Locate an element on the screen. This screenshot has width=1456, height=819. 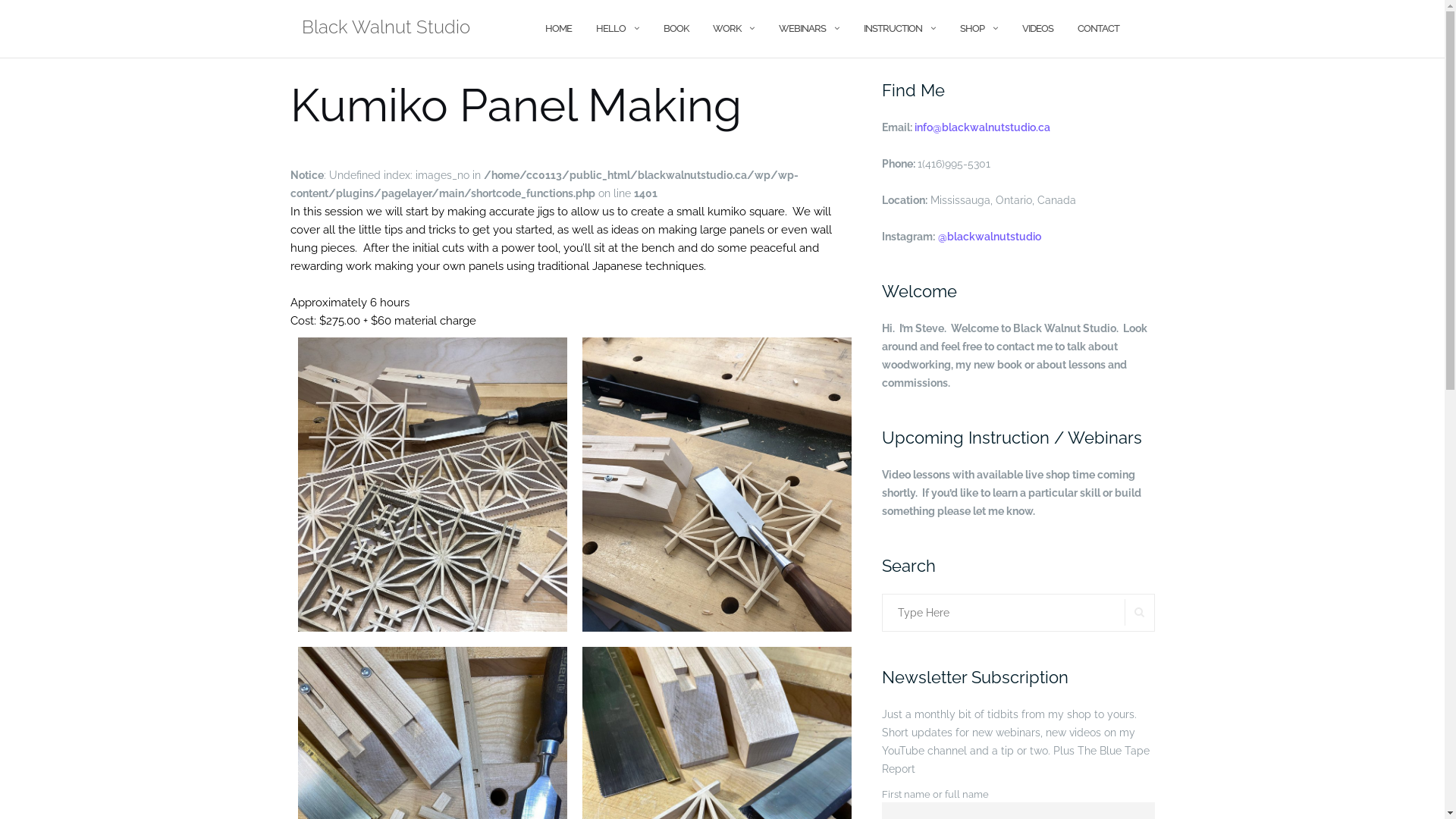
'Black Walnut Studio' is located at coordinates (385, 29).